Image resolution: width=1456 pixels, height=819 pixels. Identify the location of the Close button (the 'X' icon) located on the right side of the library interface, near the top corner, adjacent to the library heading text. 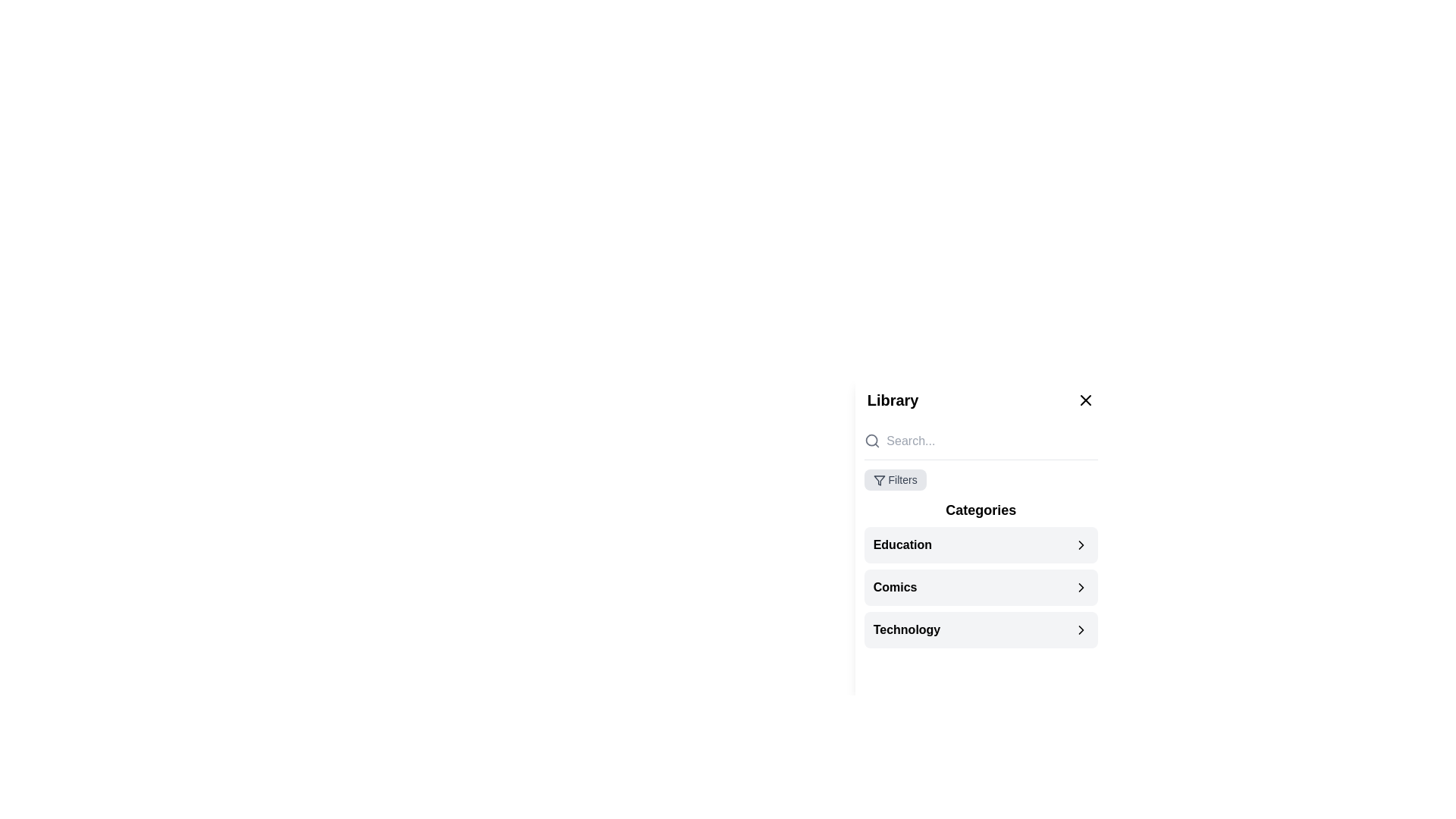
(1084, 400).